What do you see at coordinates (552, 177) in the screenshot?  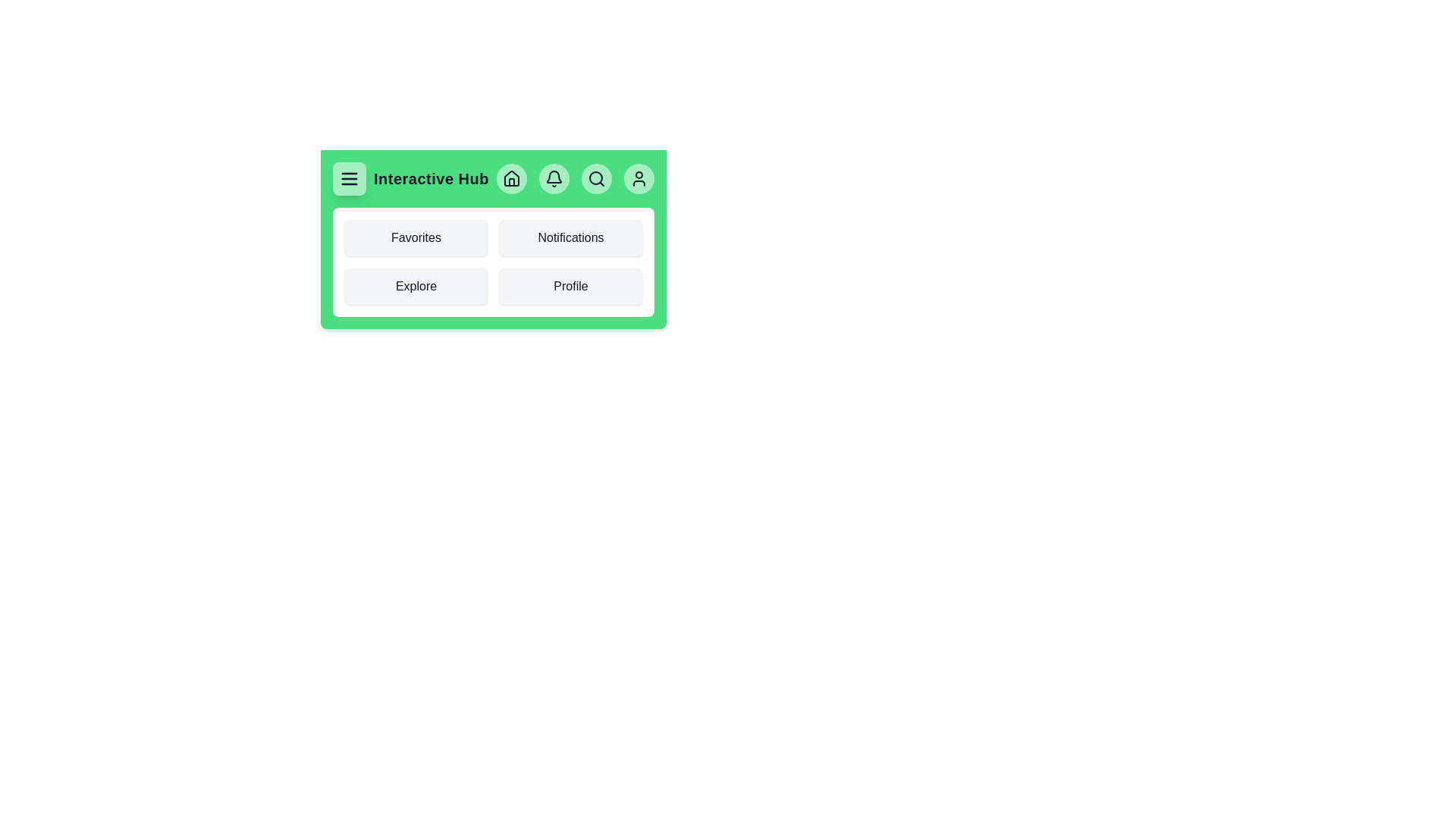 I see `the interactive element Bell Button` at bounding box center [552, 177].